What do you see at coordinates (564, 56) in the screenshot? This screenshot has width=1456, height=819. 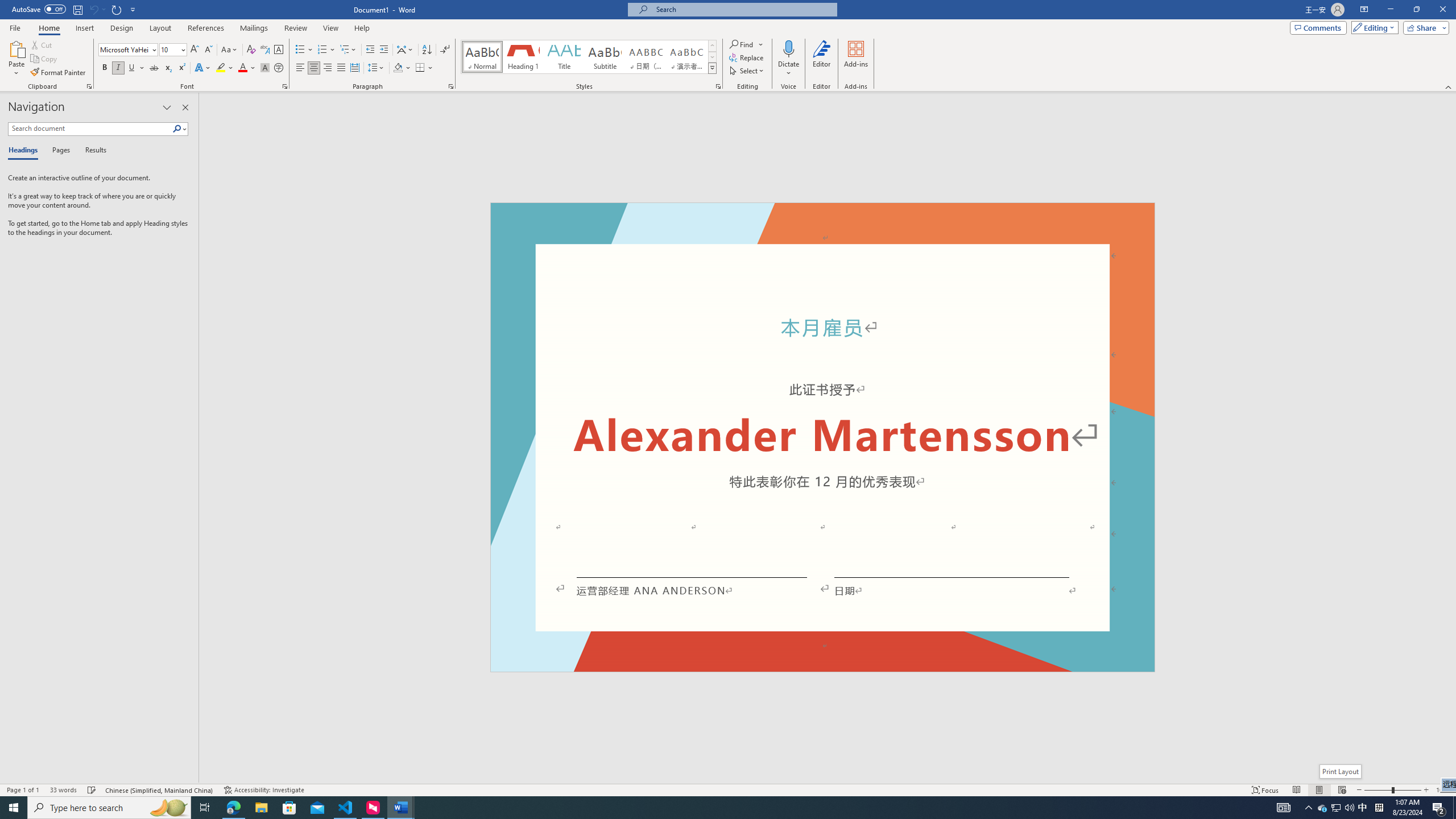 I see `'Title'` at bounding box center [564, 56].